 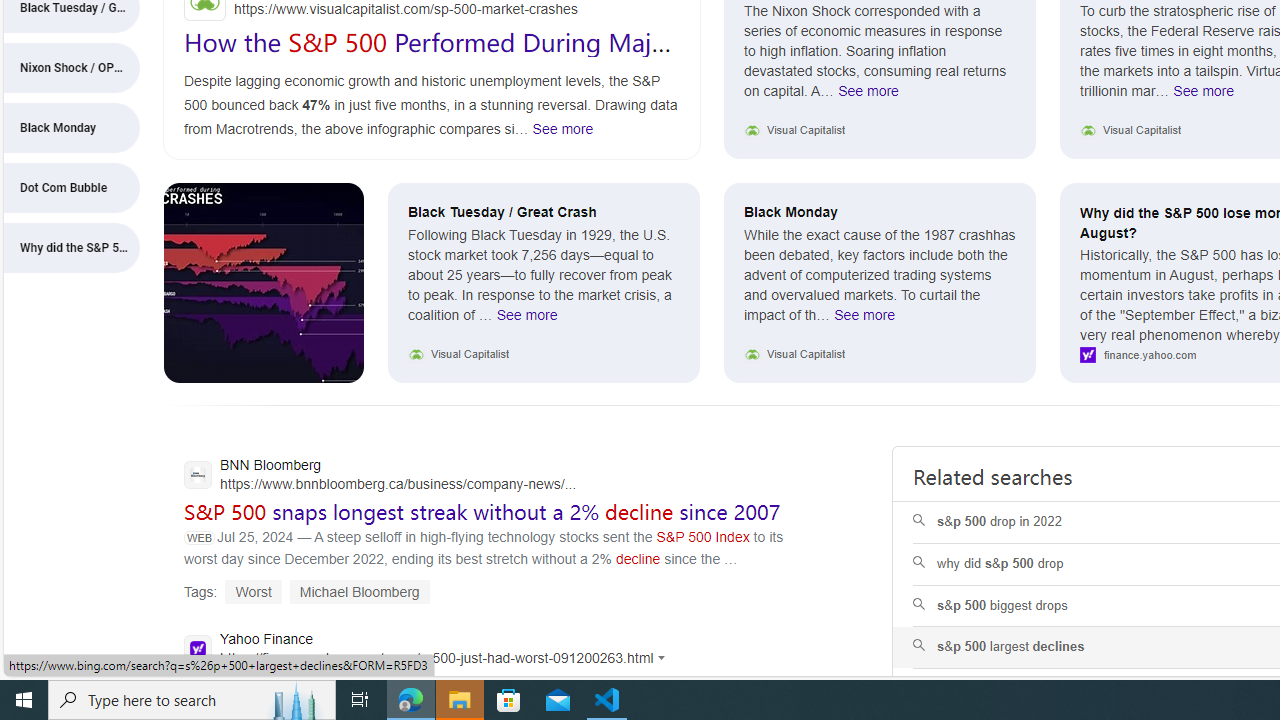 I want to click on 'S&P 500 snaps longest streak without a 2% decline since 2007', so click(x=482, y=510).